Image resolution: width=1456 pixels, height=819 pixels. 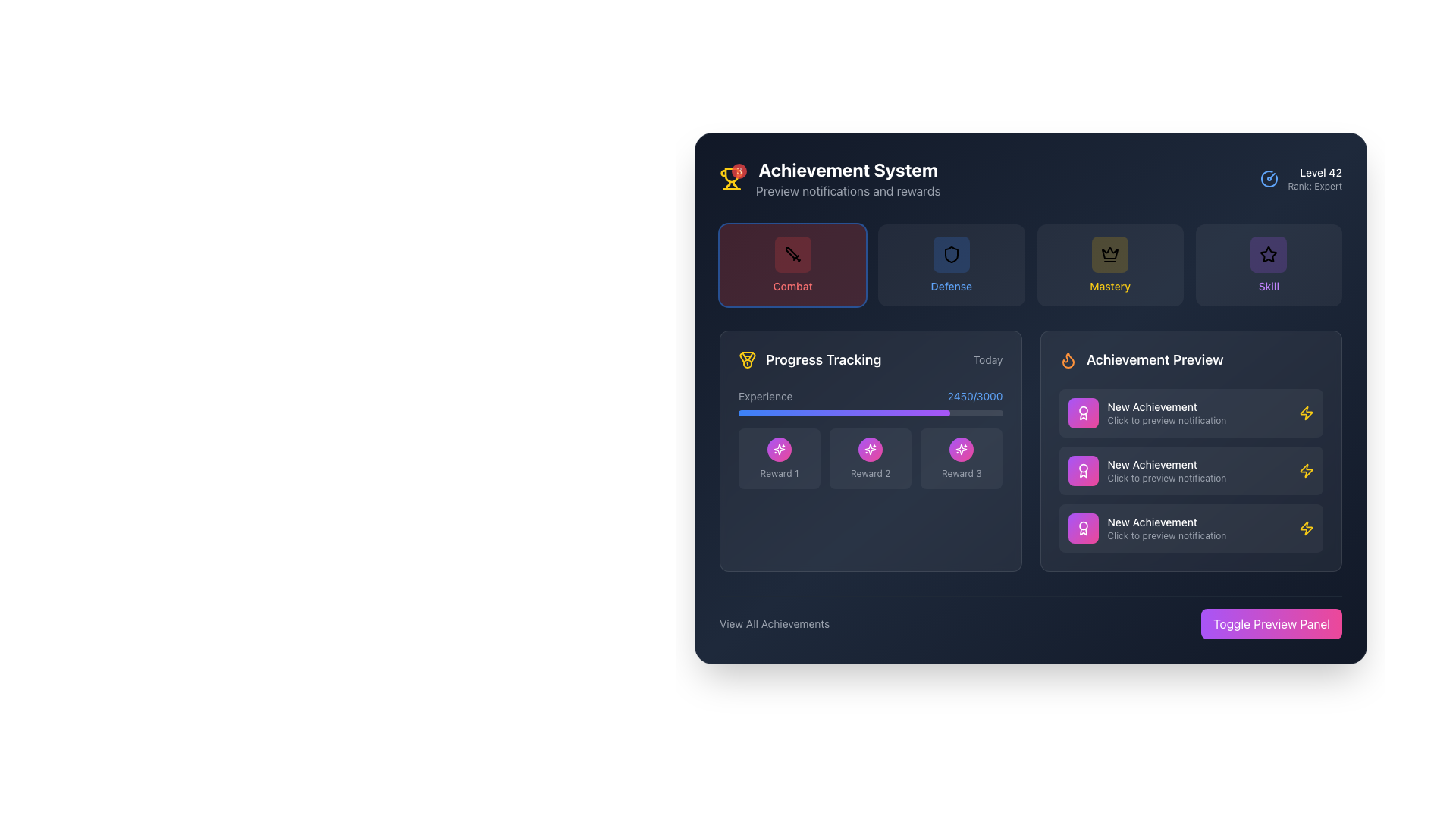 What do you see at coordinates (847, 190) in the screenshot?
I see `the supplementary description text label located beneath the 'Achievement System' title, which provides context about notifications and rewards` at bounding box center [847, 190].